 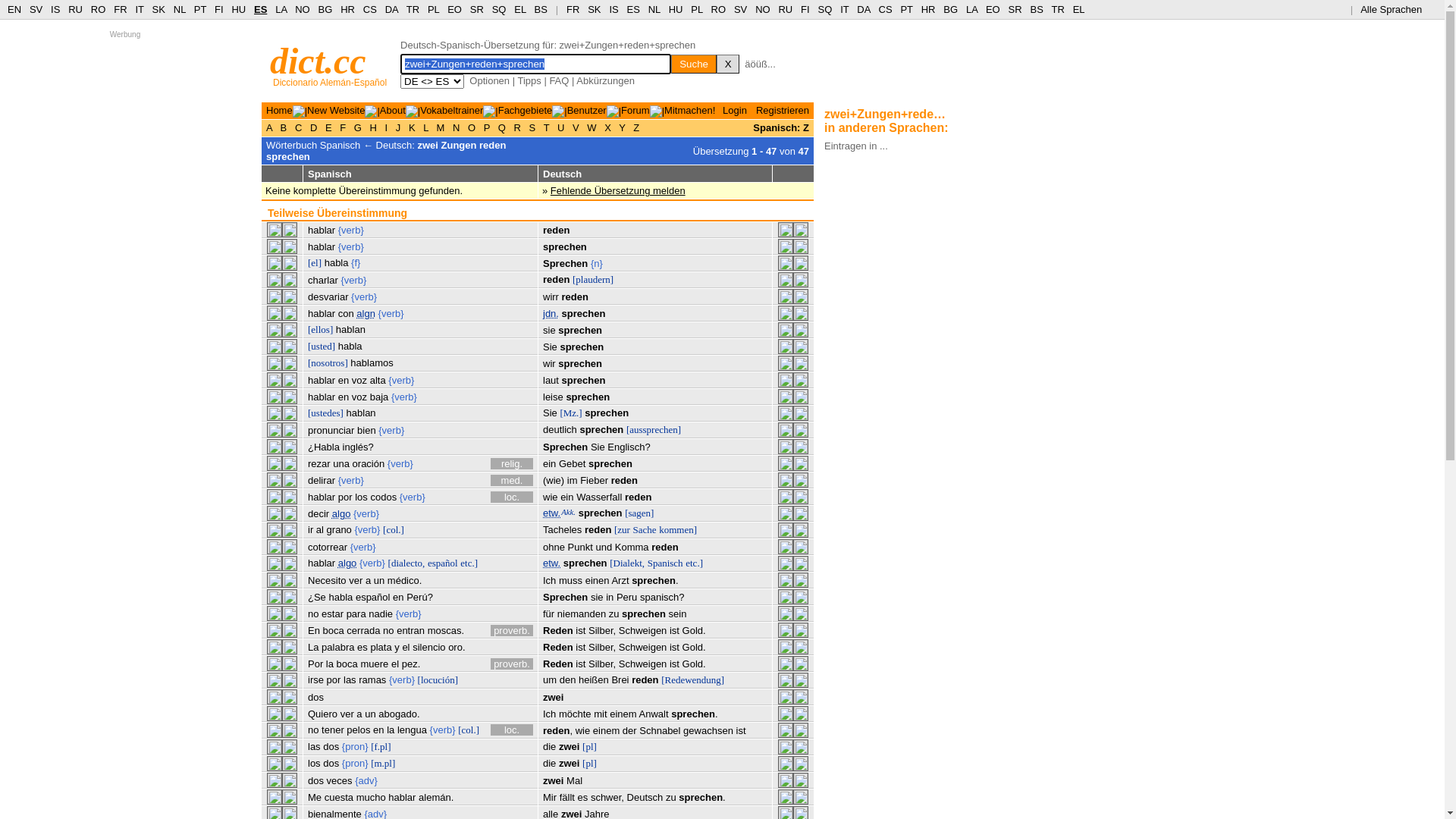 What do you see at coordinates (552, 480) in the screenshot?
I see `'(wie)'` at bounding box center [552, 480].